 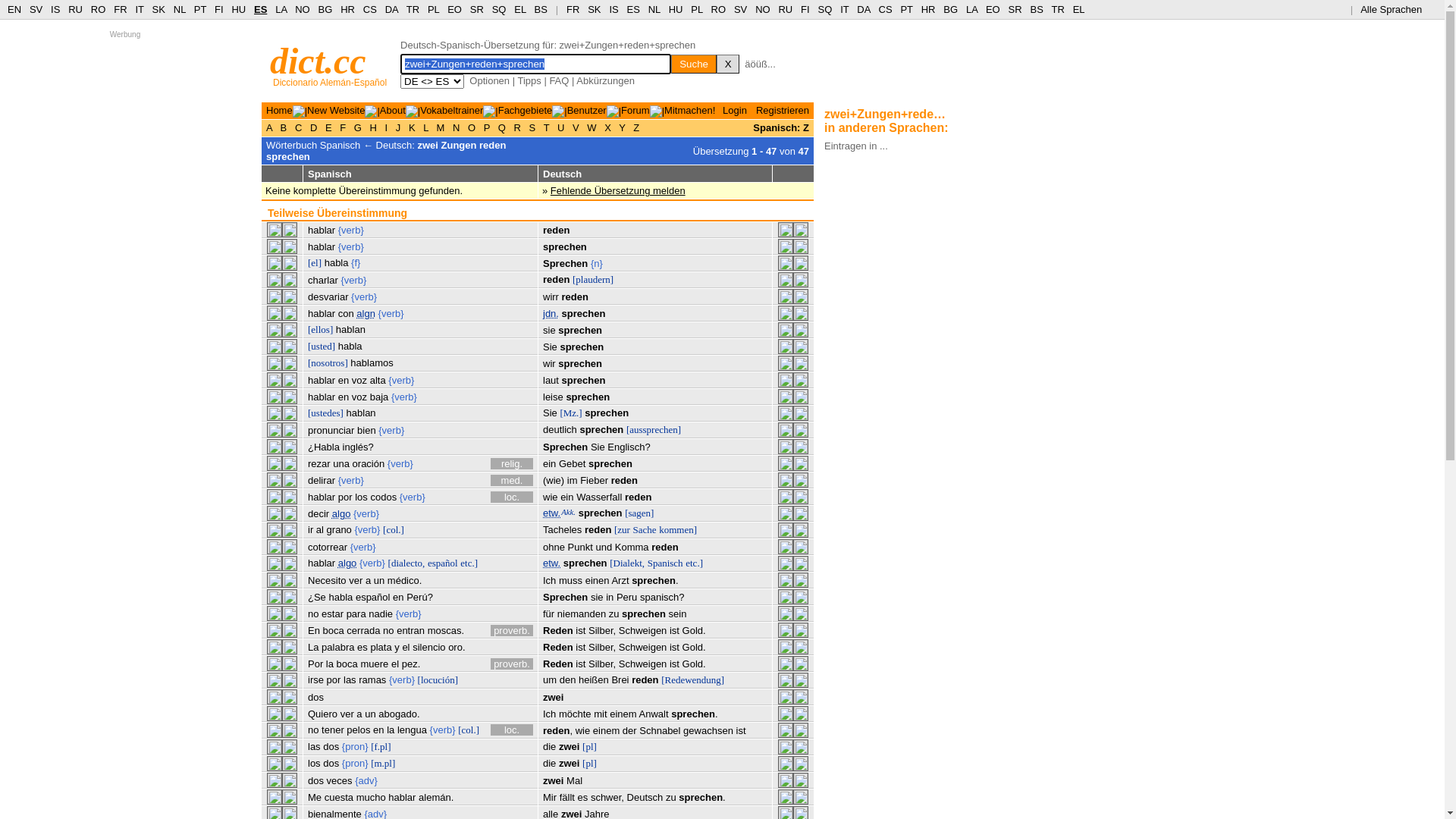 What do you see at coordinates (552, 480) in the screenshot?
I see `'(wie)'` at bounding box center [552, 480].